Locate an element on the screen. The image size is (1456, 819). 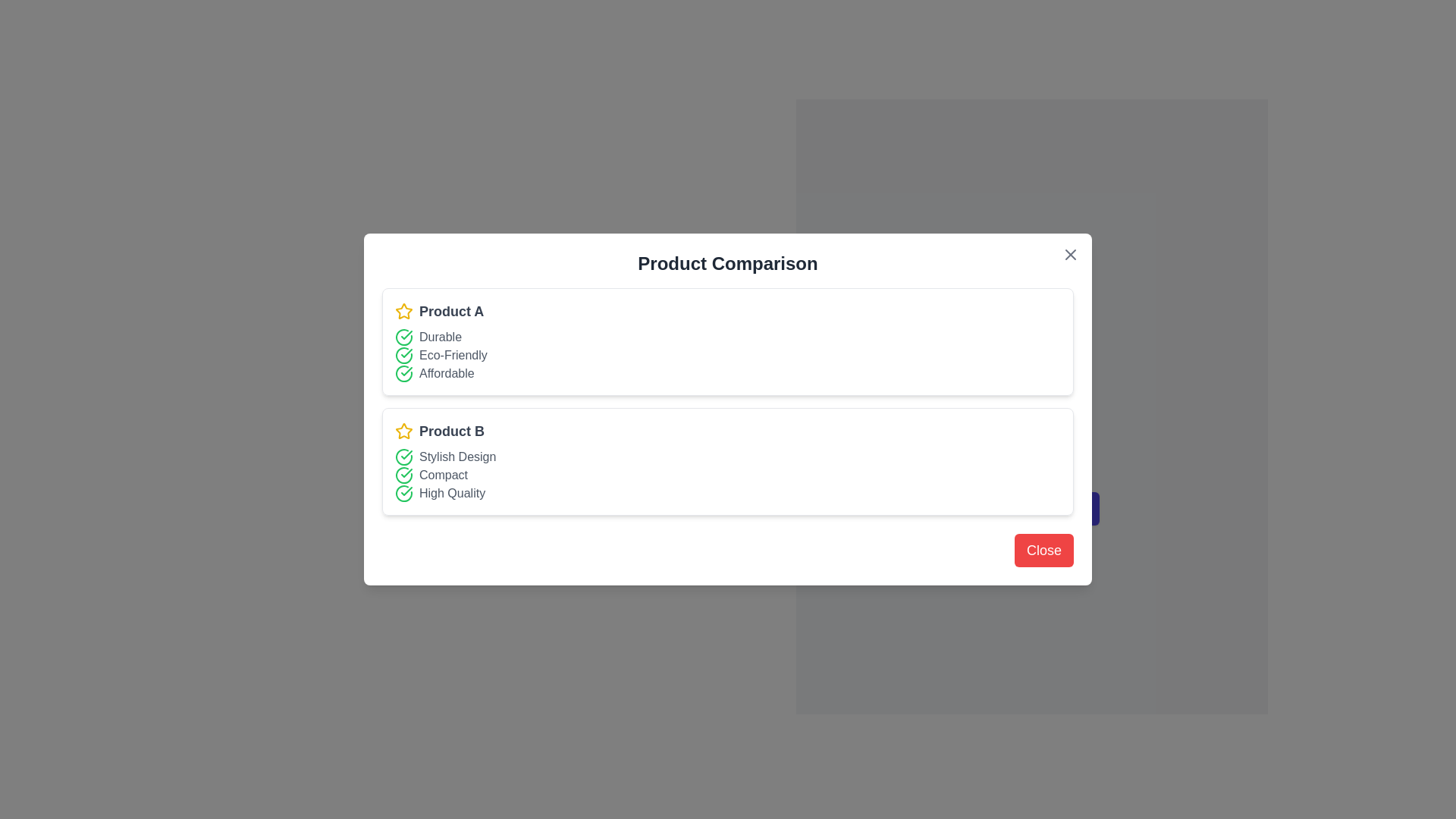
the green circular icon with a checkmark, located to the left of the 'High Quality' text in the 'Product B' section is located at coordinates (403, 494).